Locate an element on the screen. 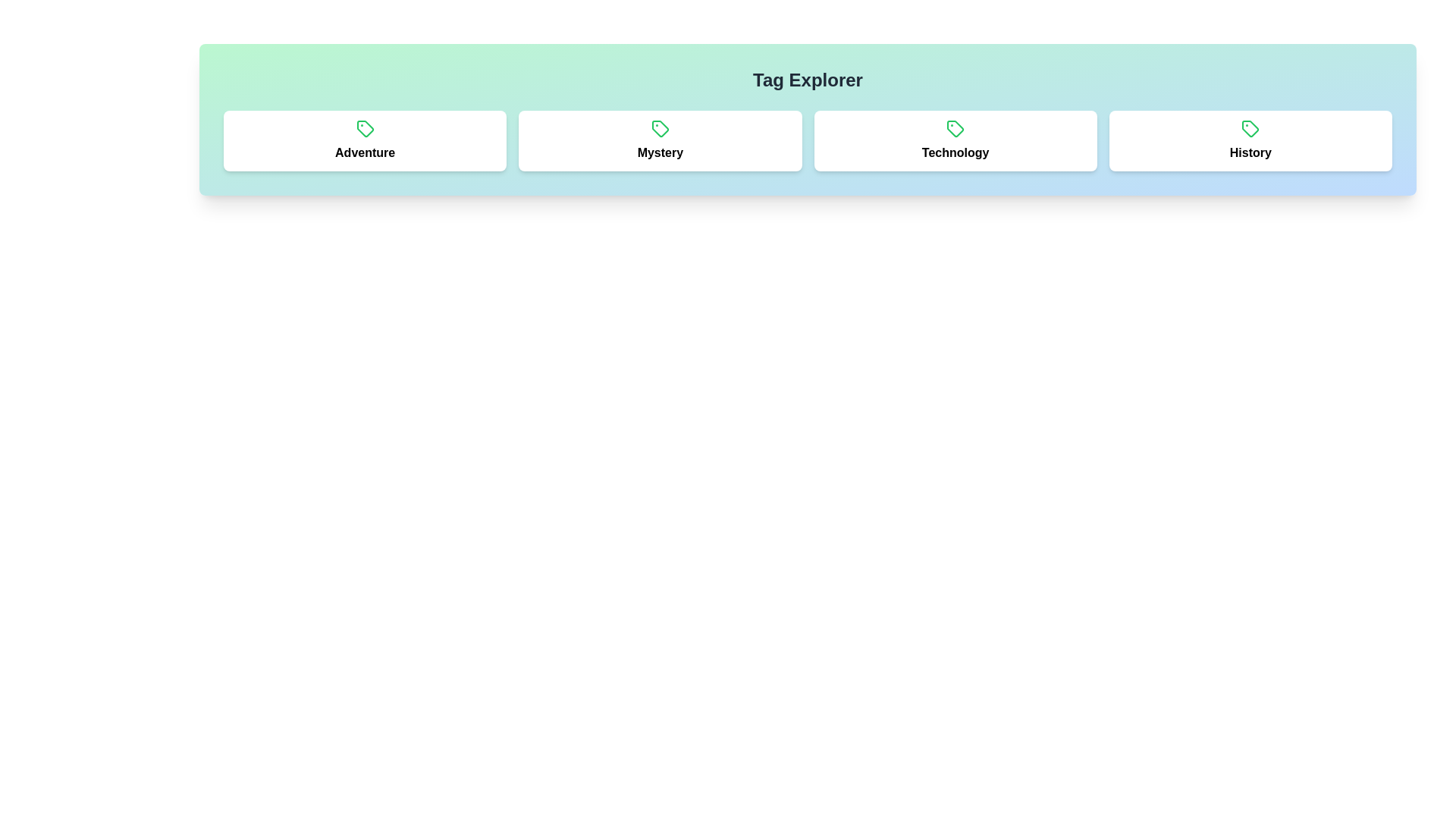  the 'Technology' button, which is a rectangular button with a white background, displaying the text 'Technology' in bold font and an icon resembling a green outlined tag, located in the third position of a horizontal button layout is located at coordinates (955, 140).